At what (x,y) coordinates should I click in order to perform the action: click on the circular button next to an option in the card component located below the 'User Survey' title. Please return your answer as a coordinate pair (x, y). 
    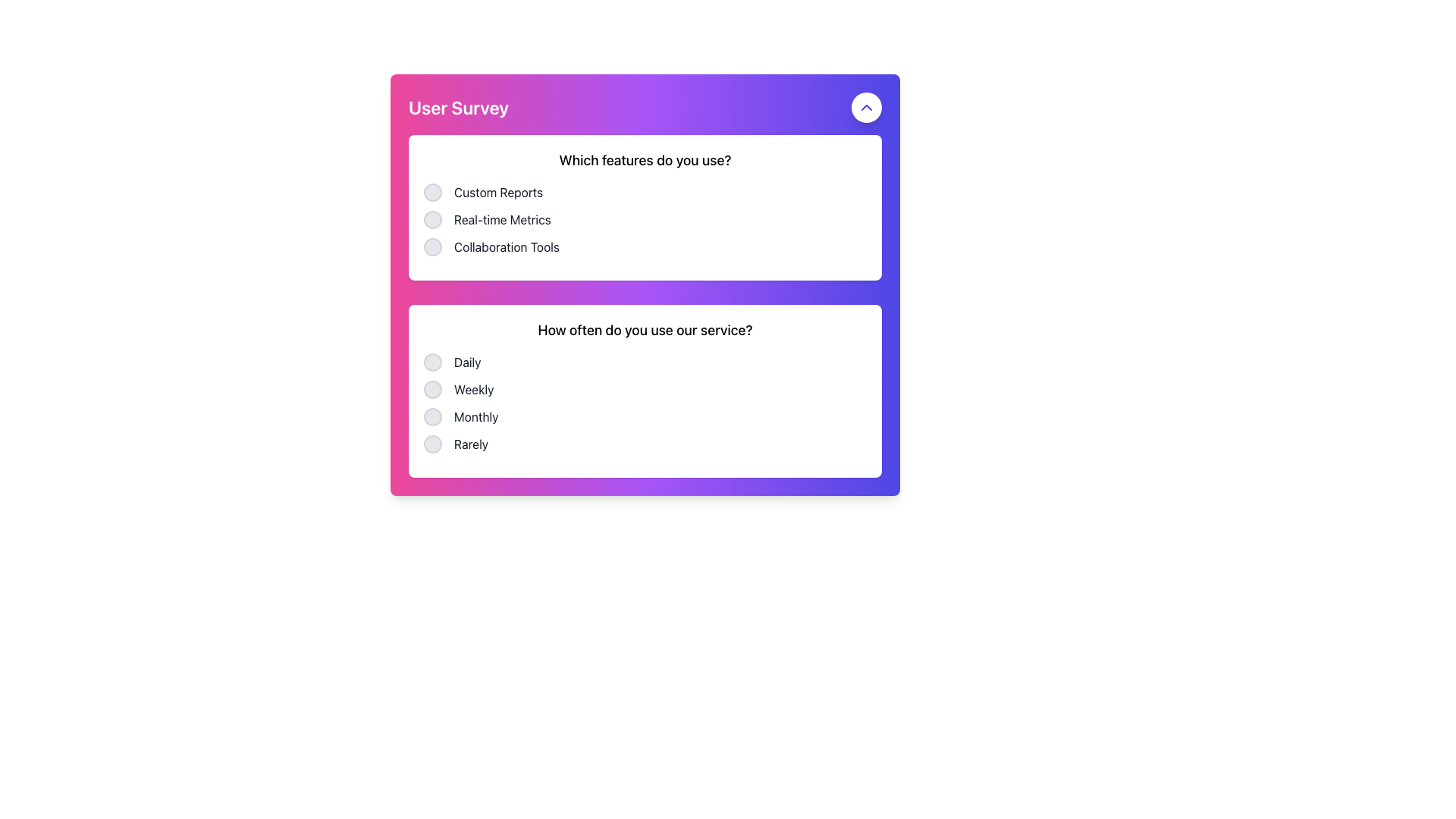
    Looking at the image, I should click on (645, 207).